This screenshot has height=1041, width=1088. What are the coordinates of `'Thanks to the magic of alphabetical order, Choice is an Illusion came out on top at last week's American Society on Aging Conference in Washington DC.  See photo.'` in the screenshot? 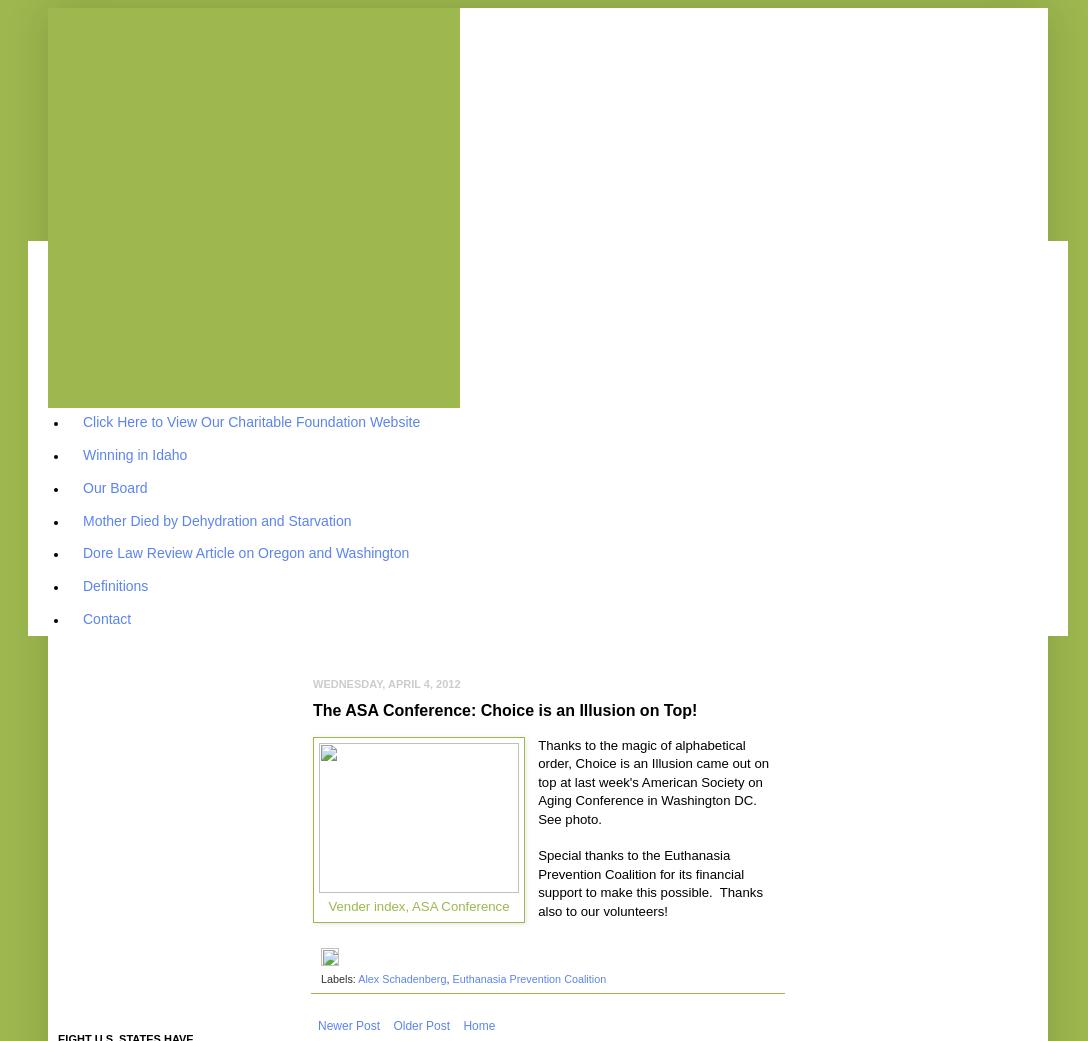 It's located at (653, 781).